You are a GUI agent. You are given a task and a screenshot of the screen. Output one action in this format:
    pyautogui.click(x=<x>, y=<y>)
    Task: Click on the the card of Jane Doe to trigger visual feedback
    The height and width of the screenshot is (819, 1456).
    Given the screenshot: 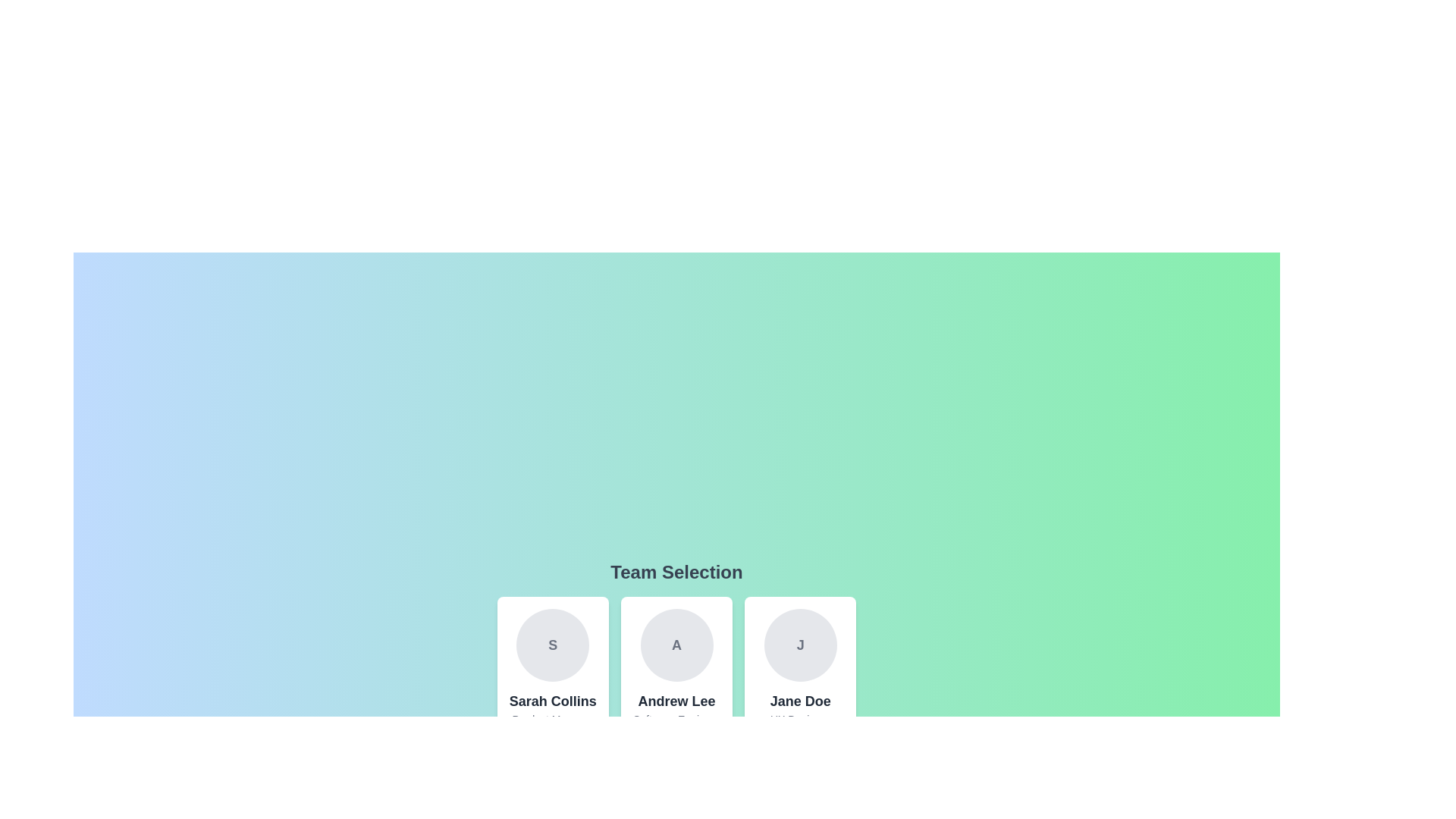 What is the action you would take?
    pyautogui.click(x=799, y=679)
    